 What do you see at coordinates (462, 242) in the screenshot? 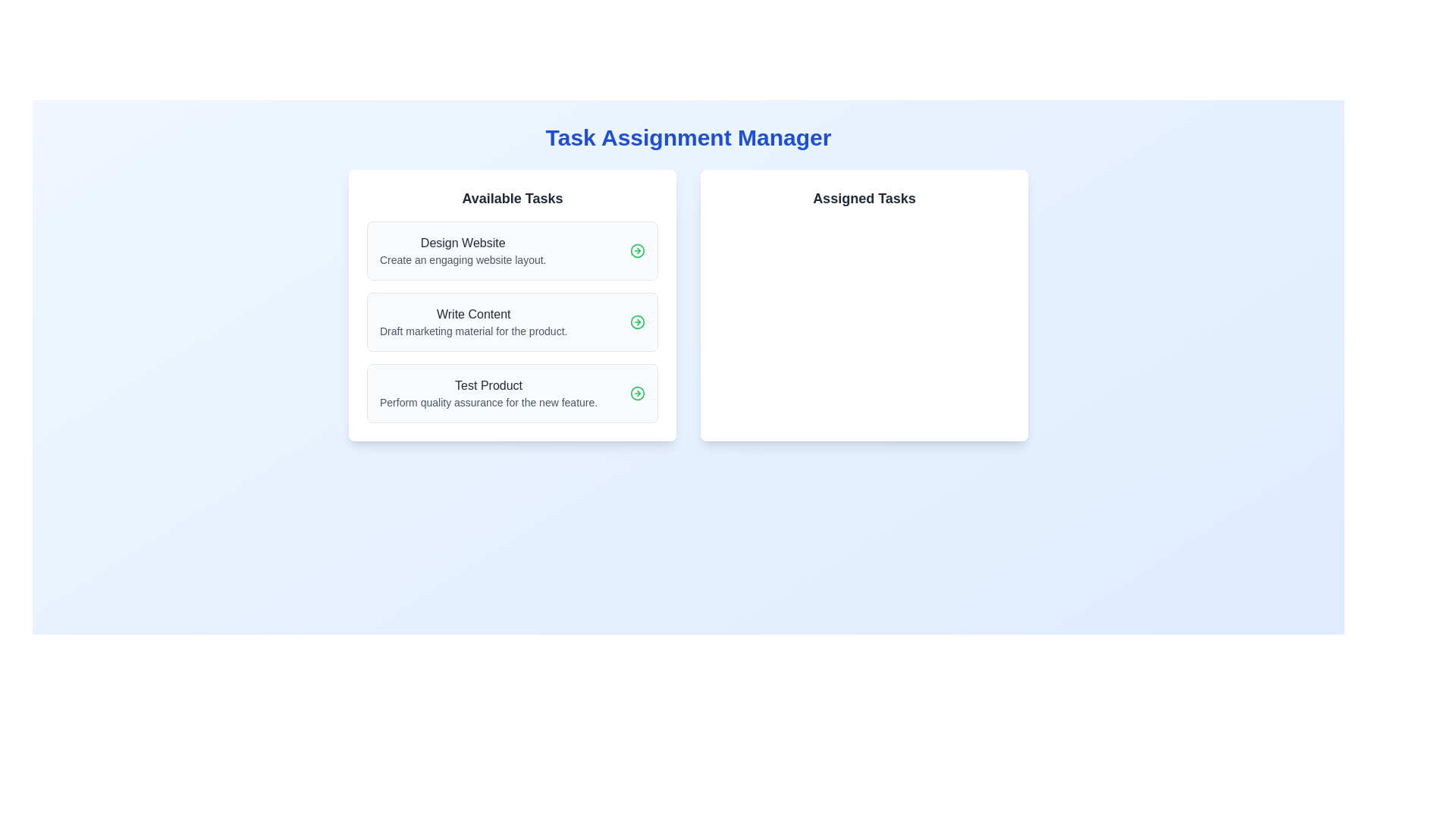
I see `the title label of the first task in the 'Available Tasks' section, which is positioned at the top of the task card and above the description 'Create an engaging website layout.'` at bounding box center [462, 242].